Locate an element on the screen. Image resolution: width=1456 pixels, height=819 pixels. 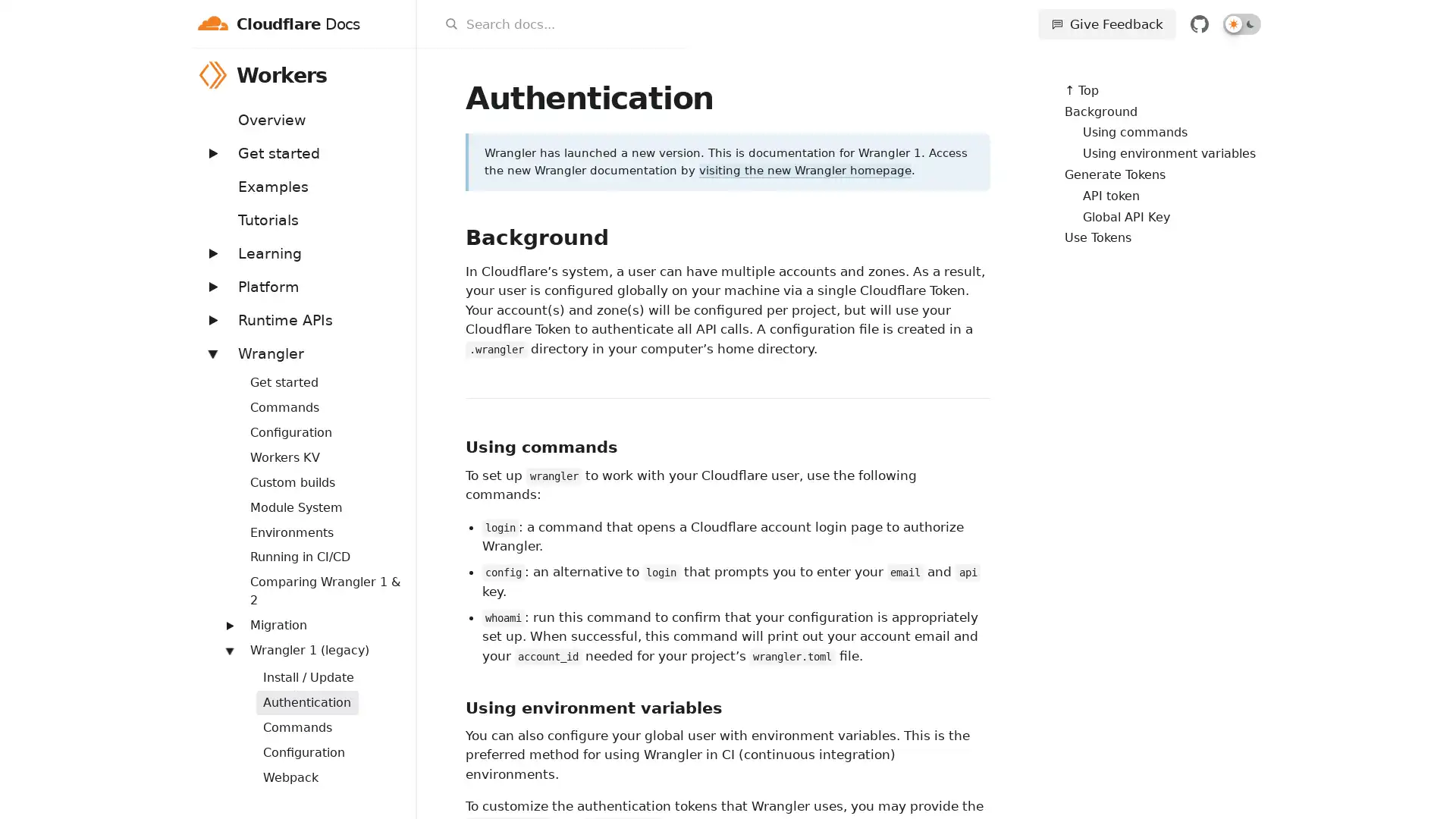
Expand: Migration is located at coordinates (228, 625).